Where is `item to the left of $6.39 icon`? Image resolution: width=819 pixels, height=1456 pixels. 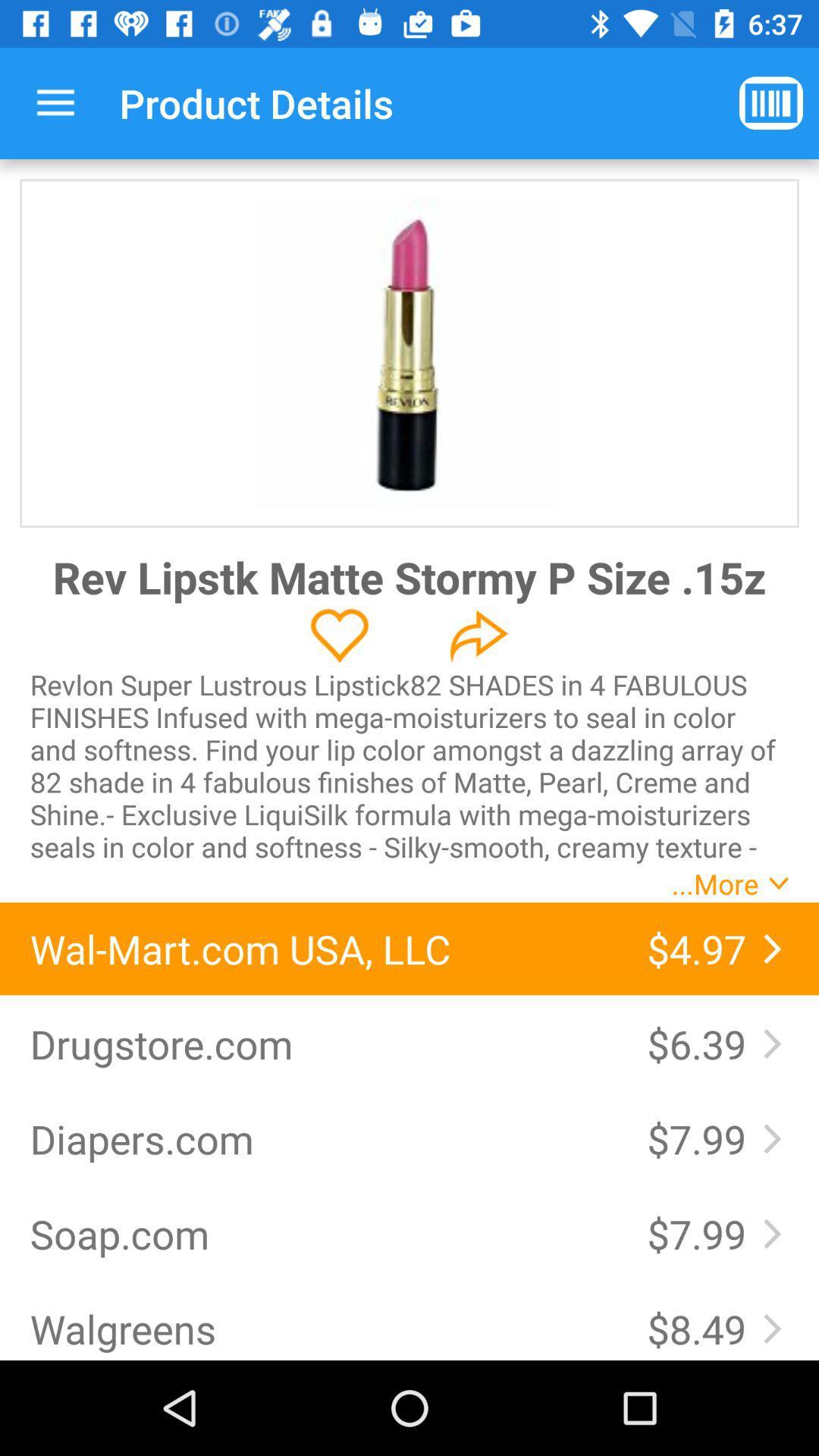 item to the left of $6.39 icon is located at coordinates (322, 1043).